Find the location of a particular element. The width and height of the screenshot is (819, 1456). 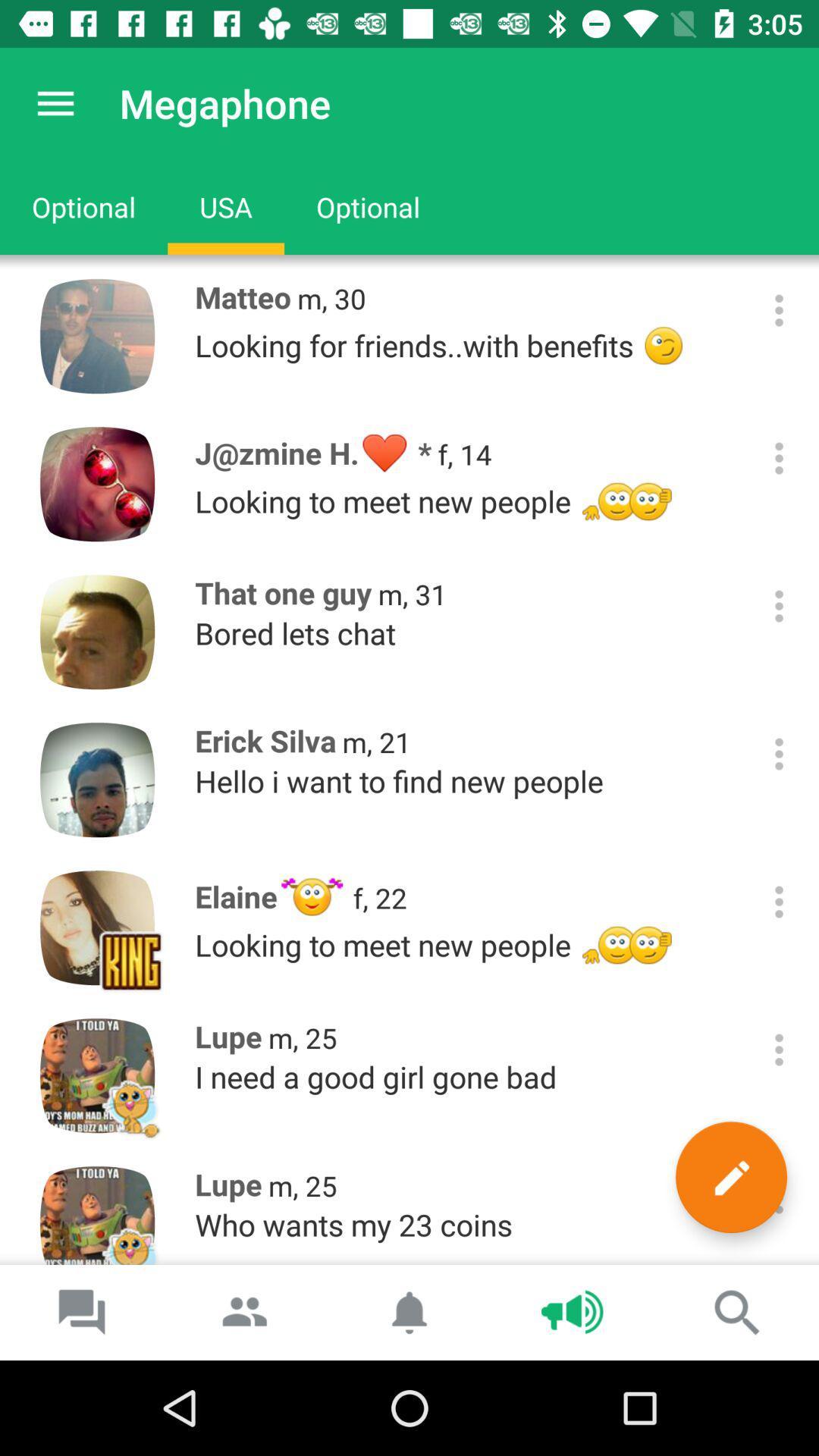

show conversation options is located at coordinates (779, 457).